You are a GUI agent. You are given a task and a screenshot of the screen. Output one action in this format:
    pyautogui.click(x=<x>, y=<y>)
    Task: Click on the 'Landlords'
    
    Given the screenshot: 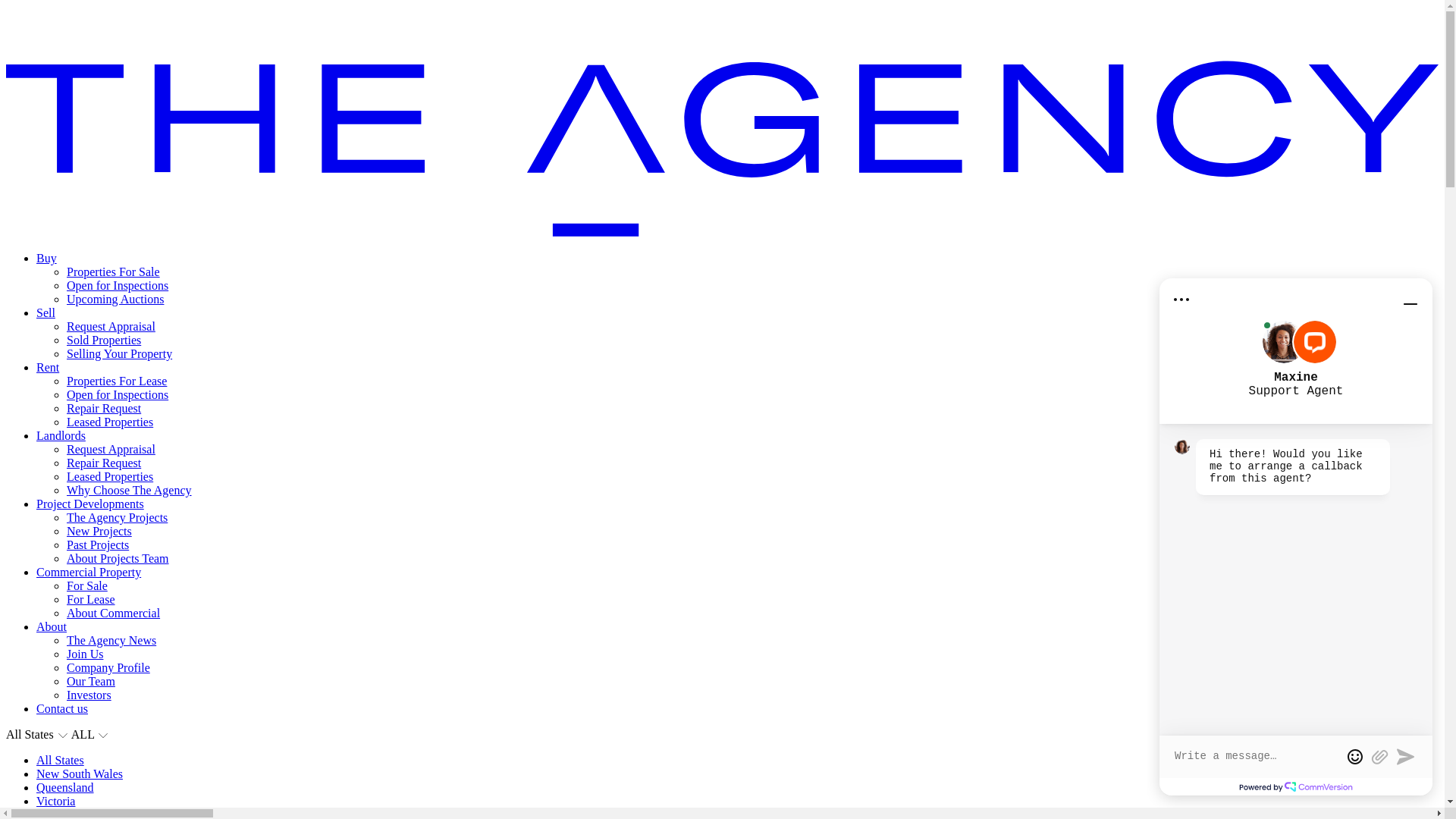 What is the action you would take?
    pyautogui.click(x=61, y=435)
    